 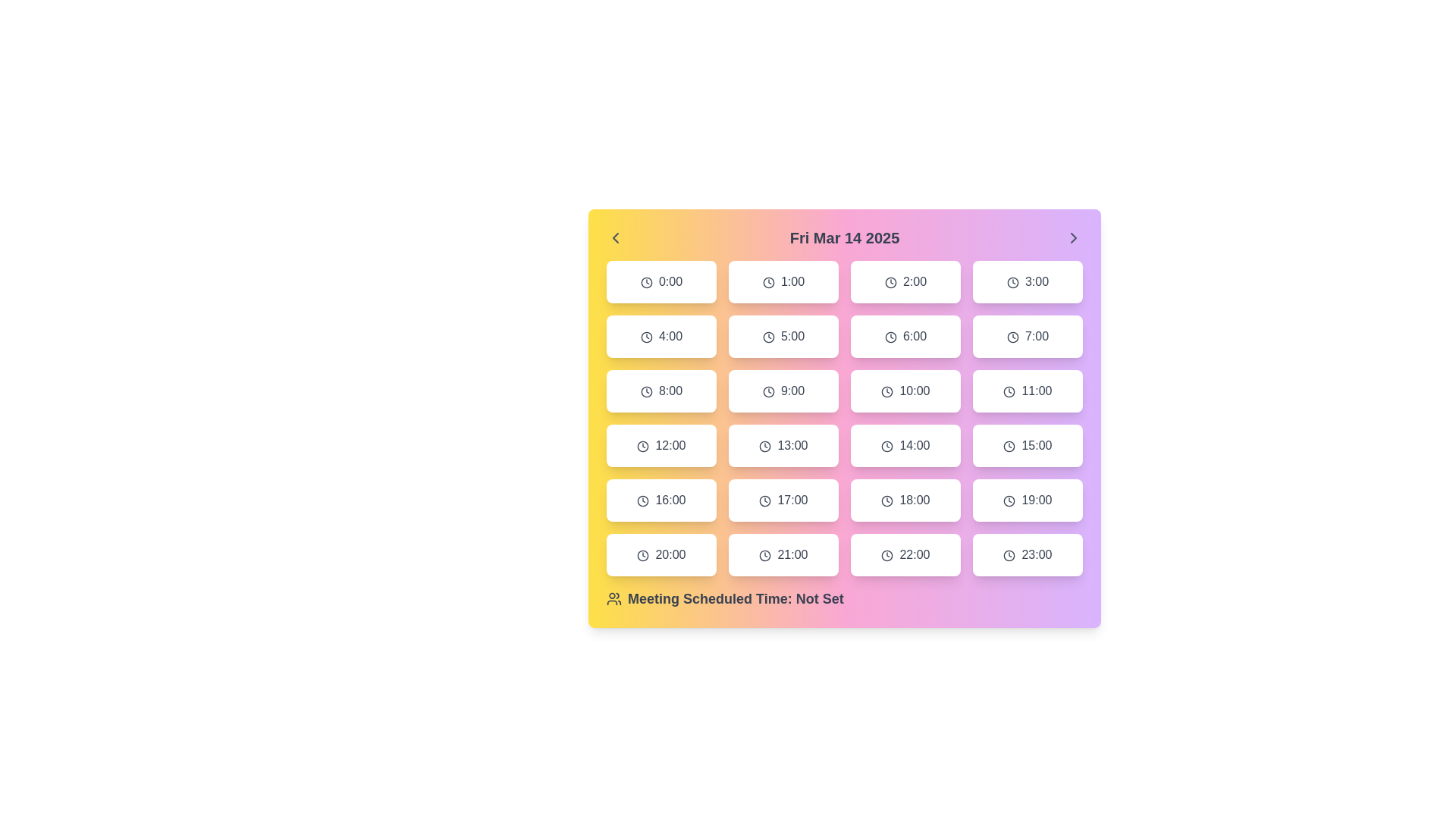 What do you see at coordinates (768, 282) in the screenshot?
I see `the SVG Circle element, which is part of a clock icon located in the second grid cell of the topmost row in a 6x4 grid layout` at bounding box center [768, 282].